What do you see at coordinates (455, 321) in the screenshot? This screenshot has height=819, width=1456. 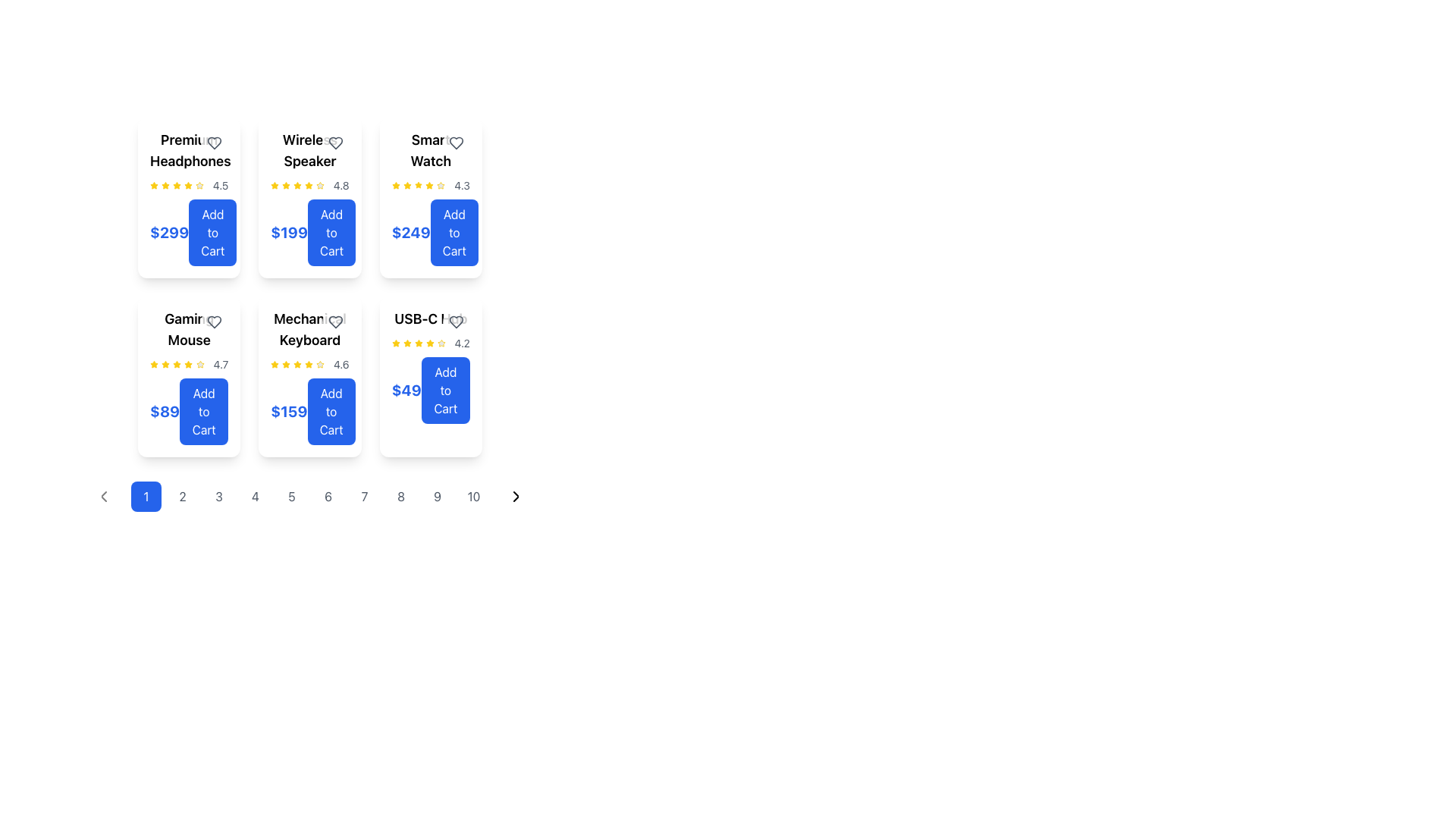 I see `the heart icon button at the top-right corner of the 'USB-C' product card to mark the product as favorite` at bounding box center [455, 321].